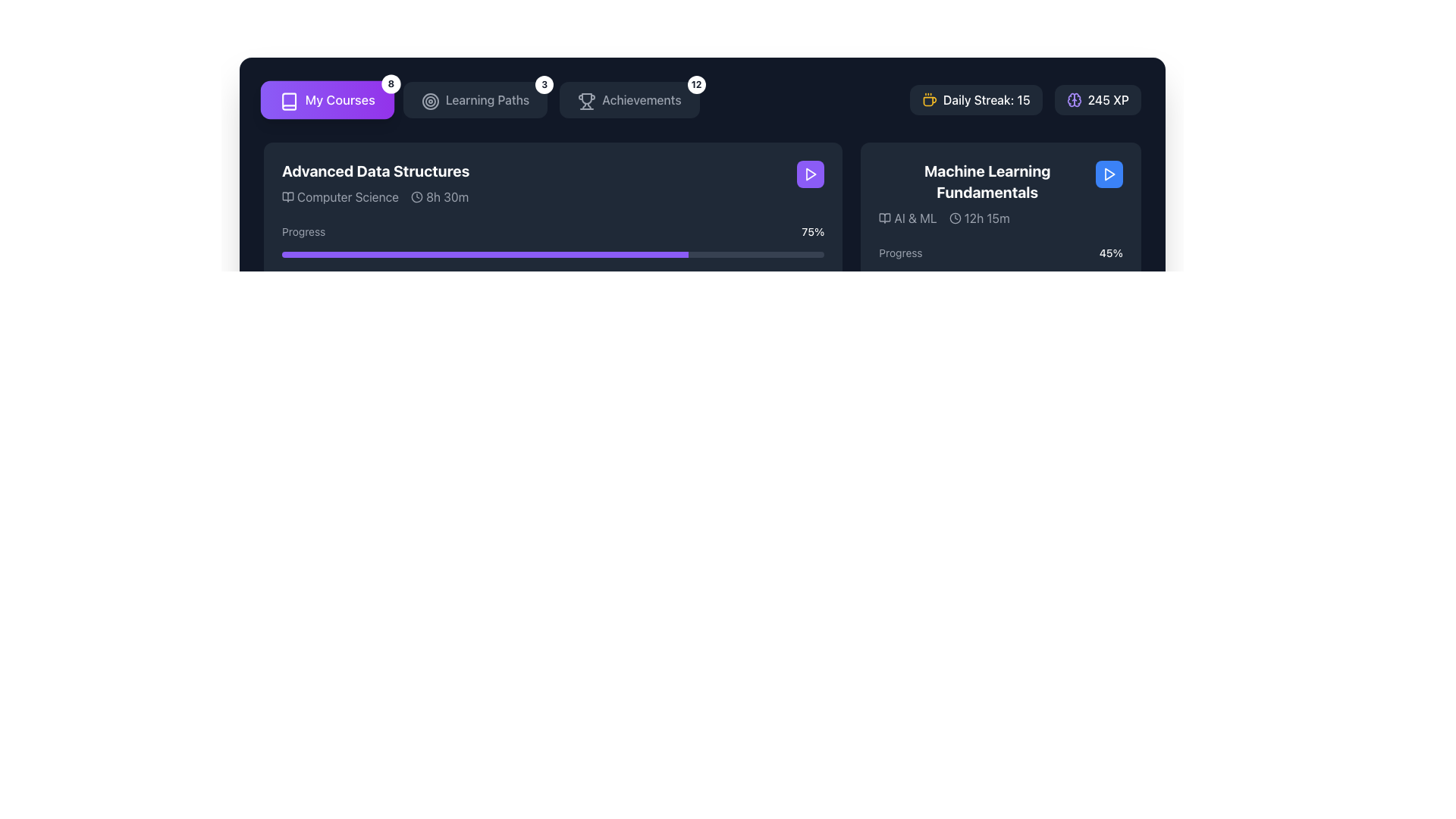 The image size is (1456, 819). What do you see at coordinates (485, 253) in the screenshot?
I see `the progress indicator representing 75% completion of the 'Advanced Data Structures' course within the progress bar structure` at bounding box center [485, 253].